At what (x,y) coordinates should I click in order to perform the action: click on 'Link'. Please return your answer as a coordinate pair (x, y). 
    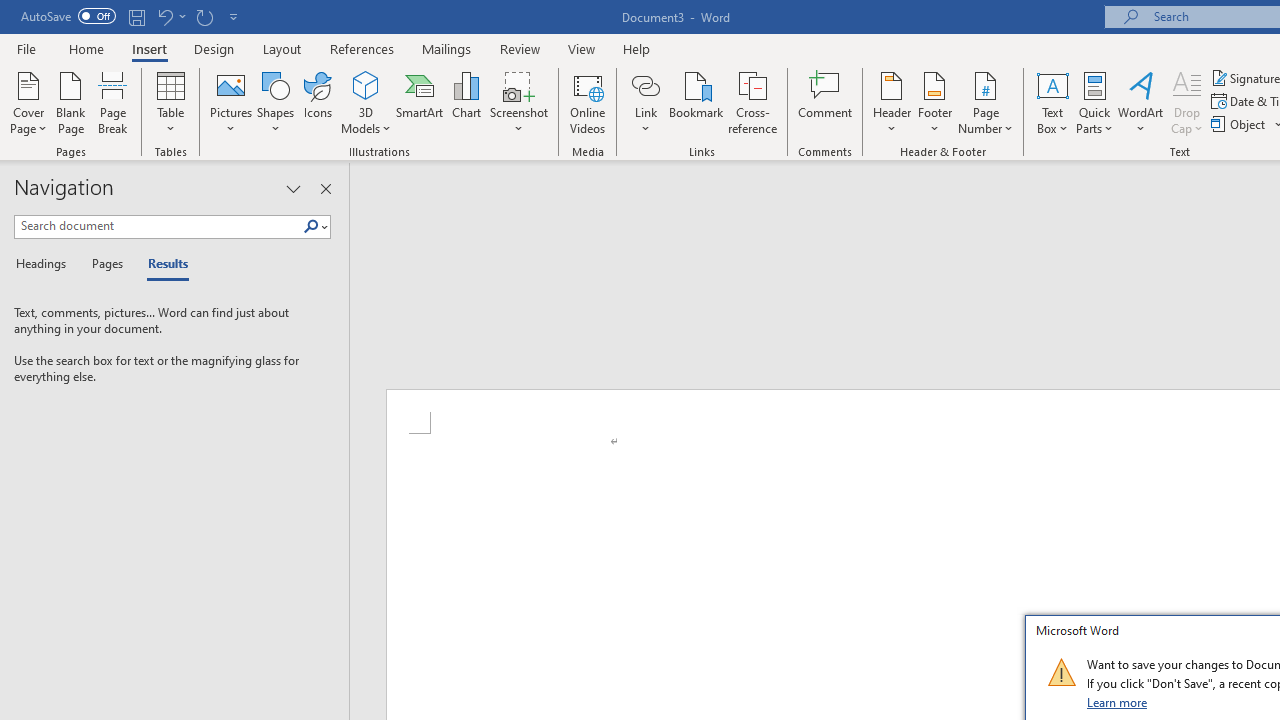
    Looking at the image, I should click on (645, 103).